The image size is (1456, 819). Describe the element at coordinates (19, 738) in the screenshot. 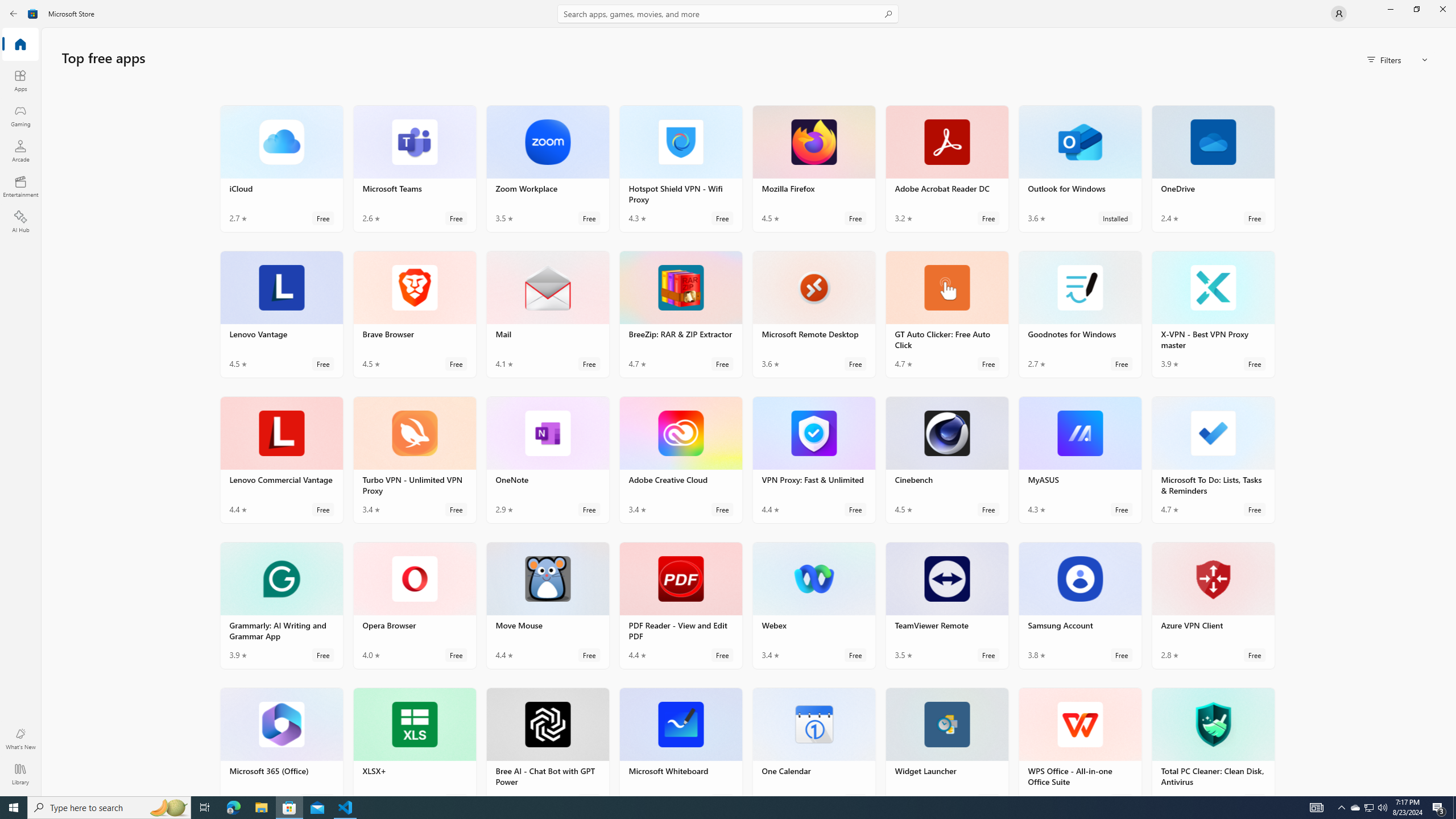

I see `'What'` at that location.